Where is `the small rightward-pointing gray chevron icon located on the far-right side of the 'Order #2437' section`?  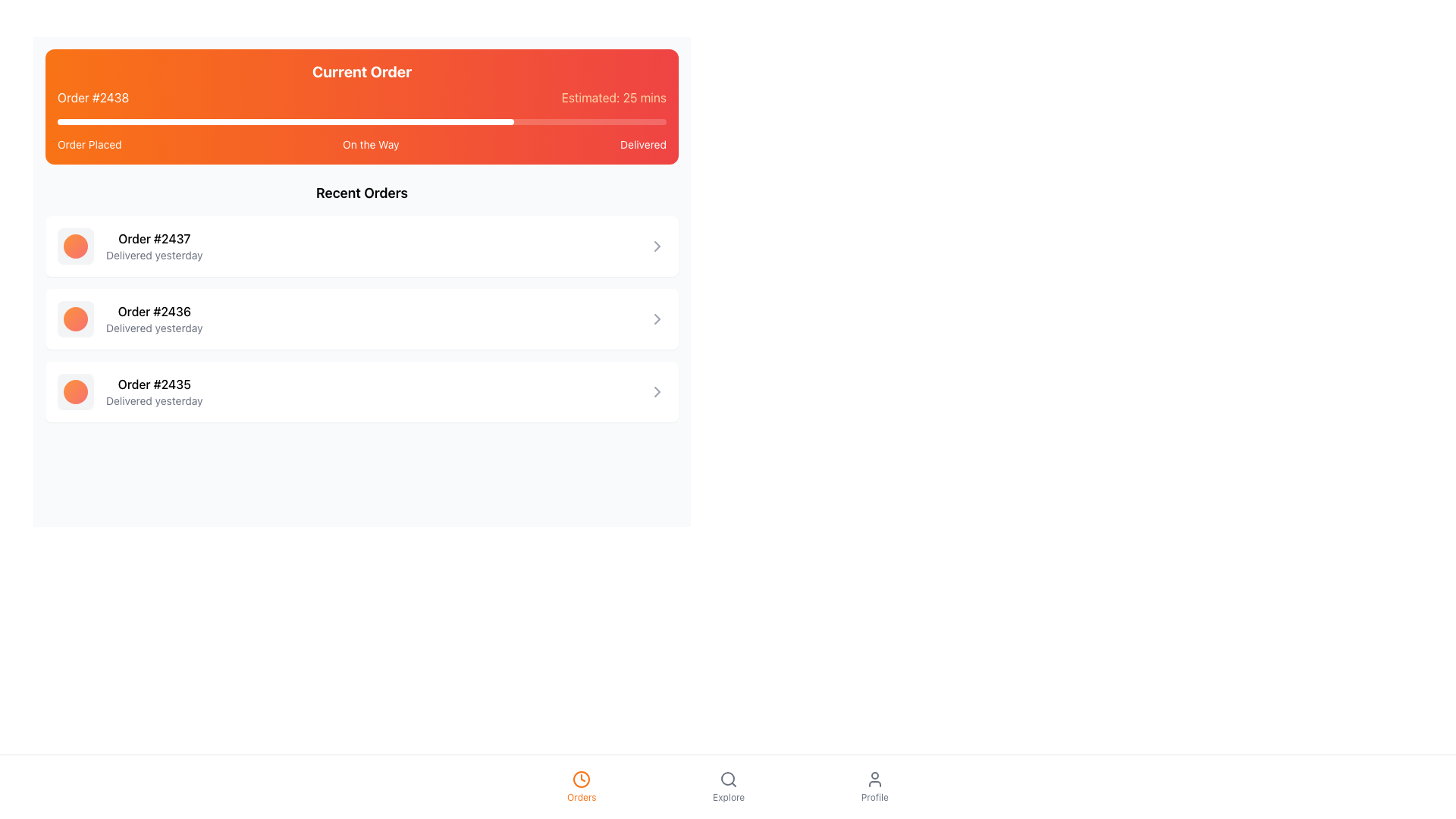
the small rightward-pointing gray chevron icon located on the far-right side of the 'Order #2437' section is located at coordinates (657, 245).